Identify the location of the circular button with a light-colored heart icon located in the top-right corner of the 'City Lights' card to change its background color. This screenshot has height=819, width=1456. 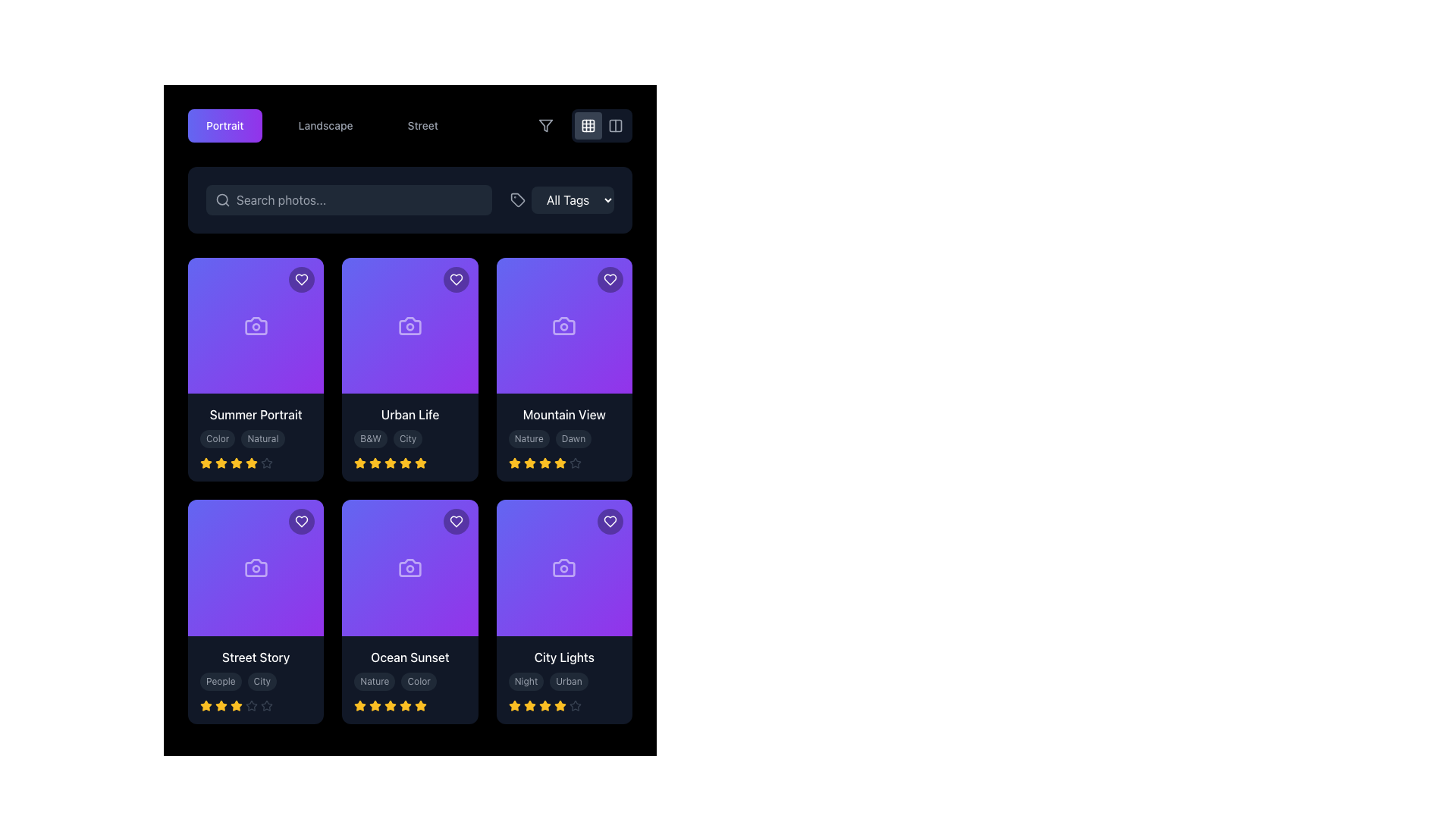
(610, 521).